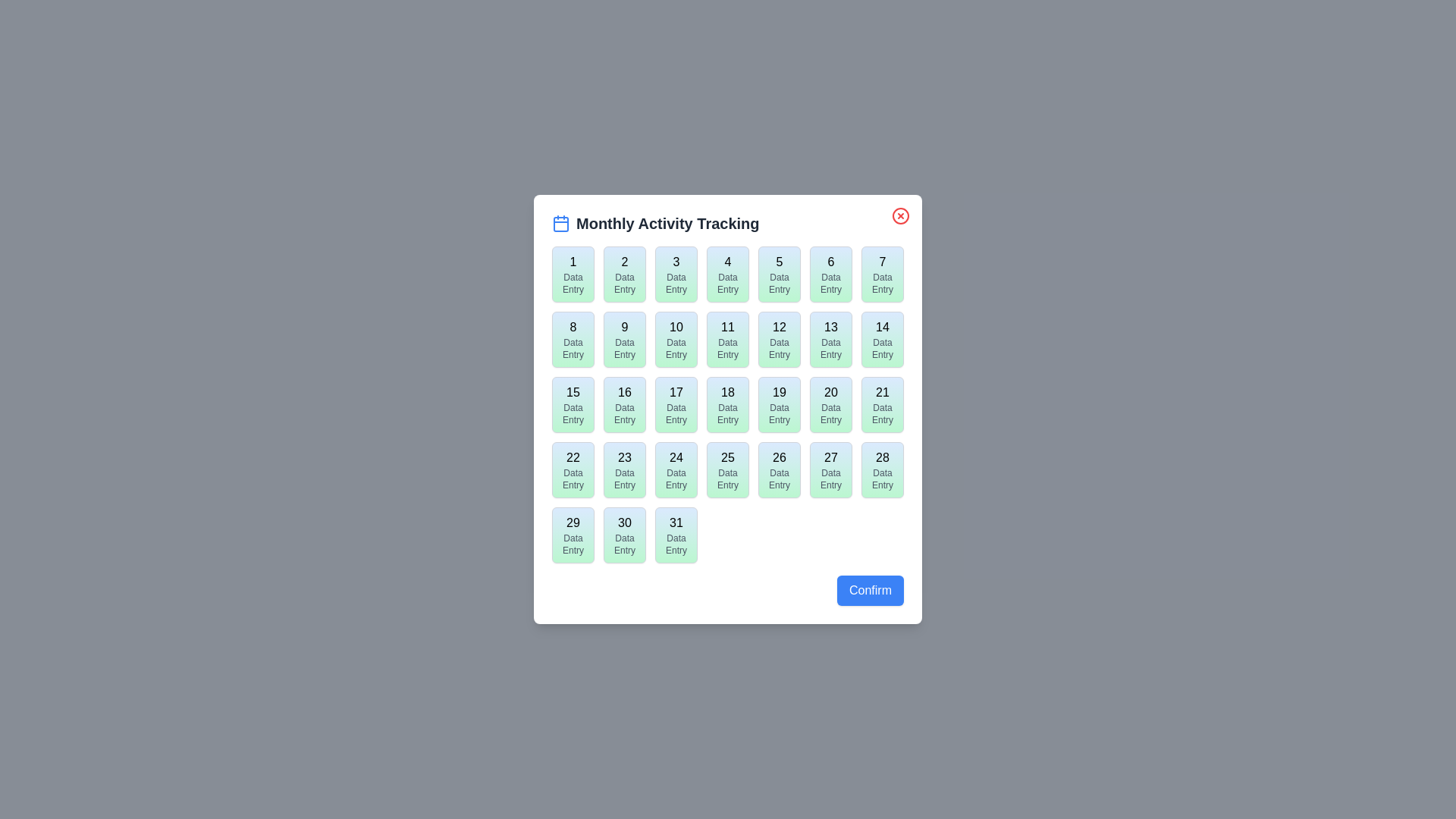  I want to click on the 'Confirm' button to confirm the dialog, so click(870, 590).